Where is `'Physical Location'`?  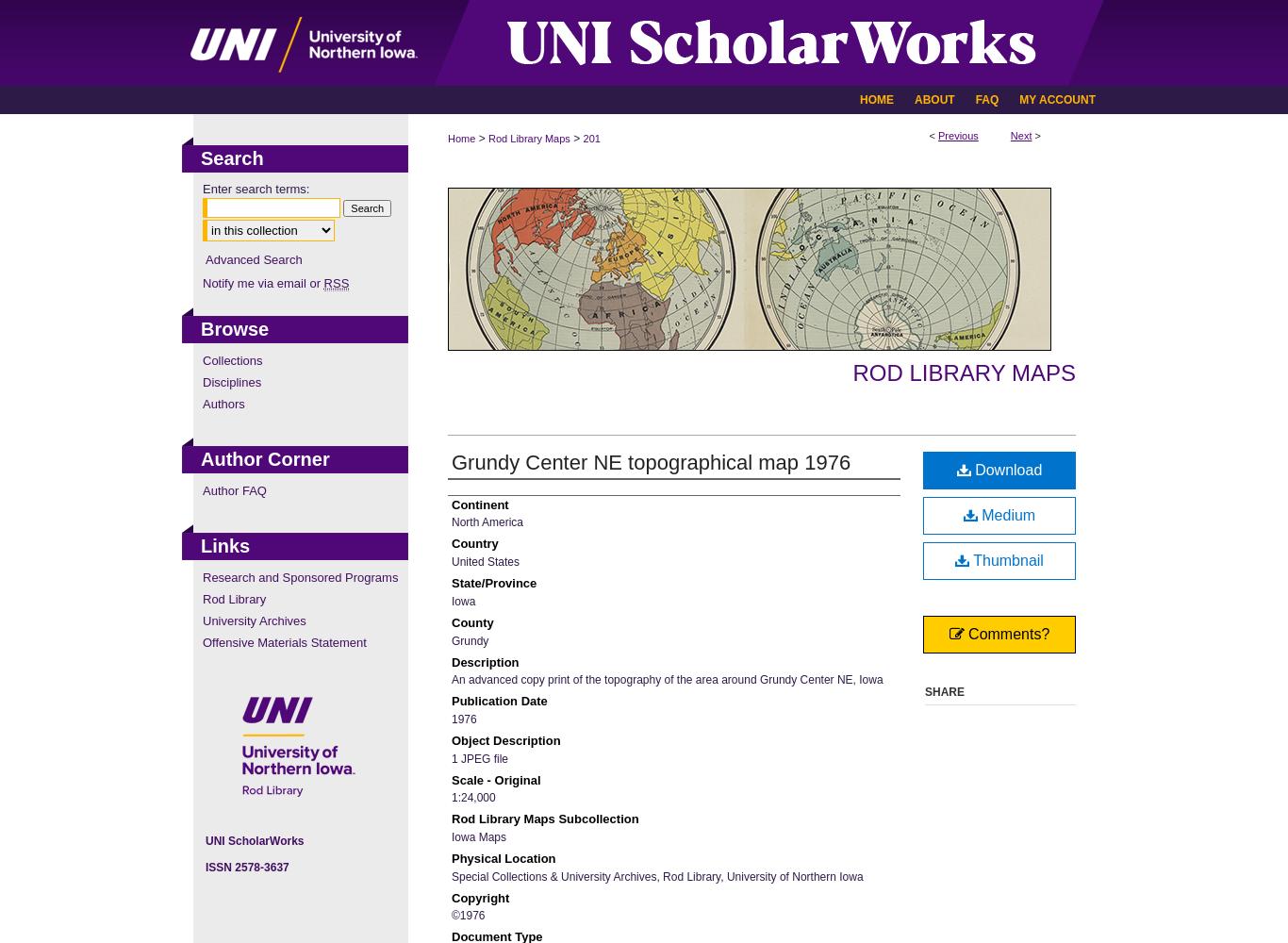 'Physical Location' is located at coordinates (452, 857).